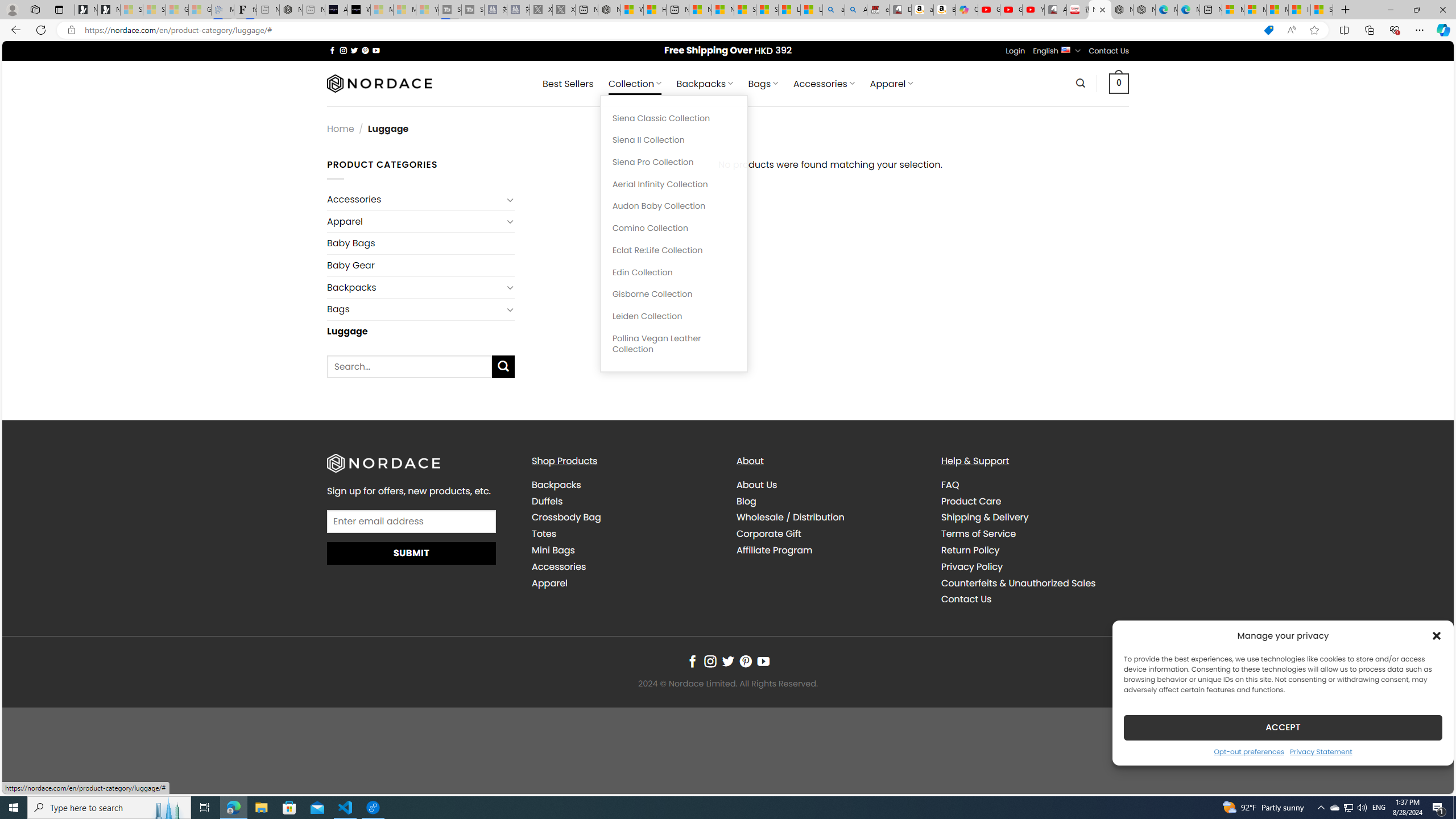  Describe the element at coordinates (978, 533) in the screenshot. I see `'Terms of Service'` at that location.